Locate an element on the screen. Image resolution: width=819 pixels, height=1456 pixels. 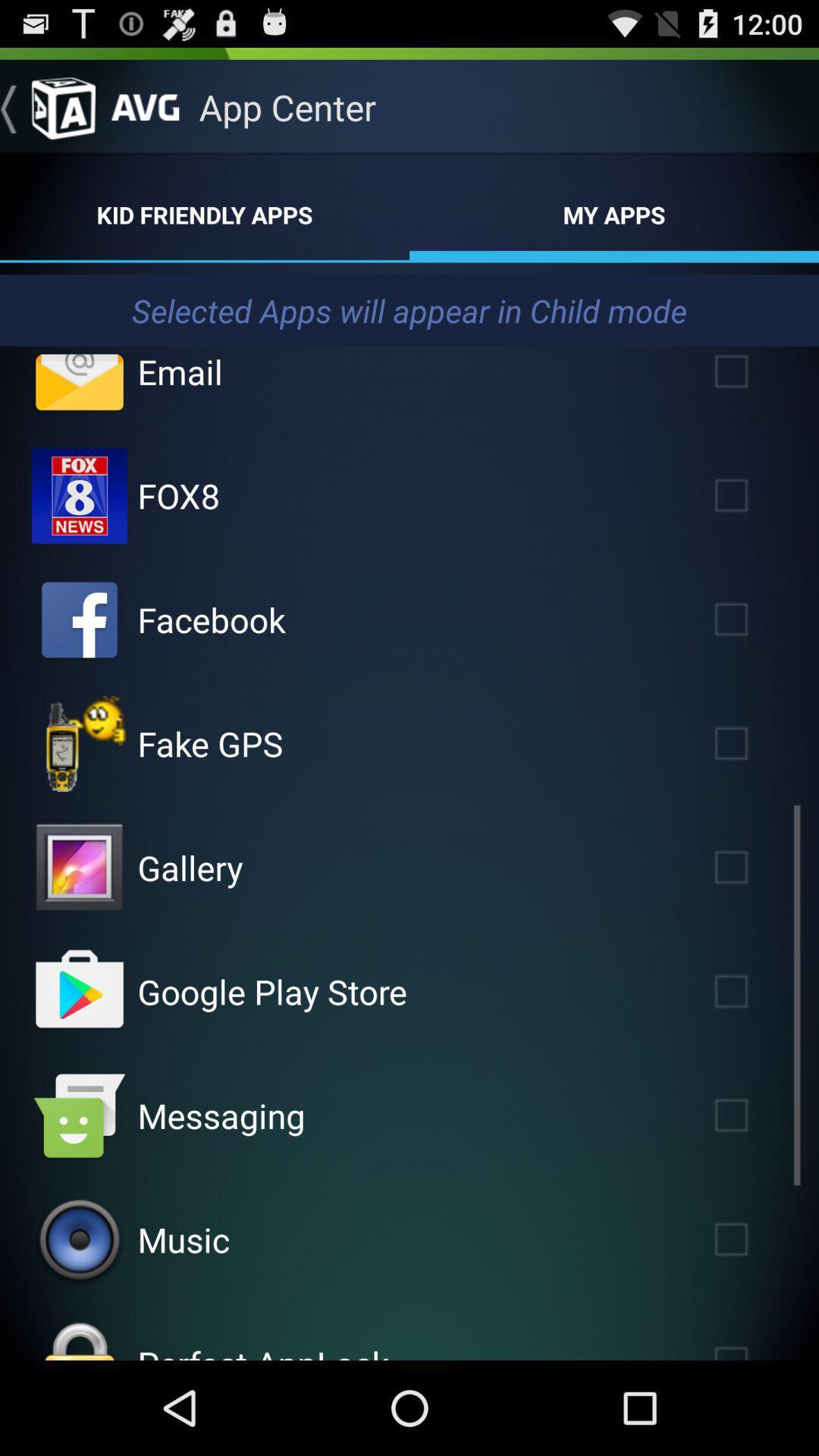
button to go to music is located at coordinates (79, 1240).